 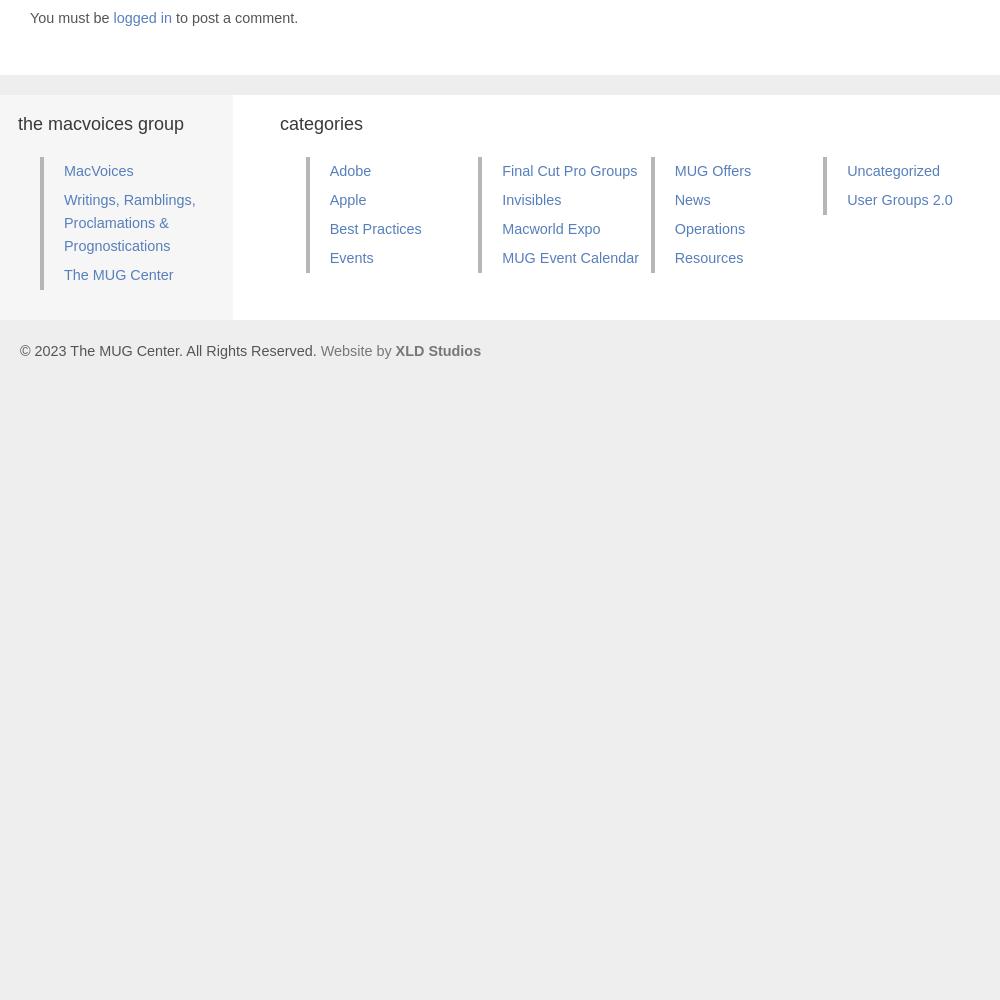 I want to click on 'MUG Event Calendar', so click(x=569, y=257).